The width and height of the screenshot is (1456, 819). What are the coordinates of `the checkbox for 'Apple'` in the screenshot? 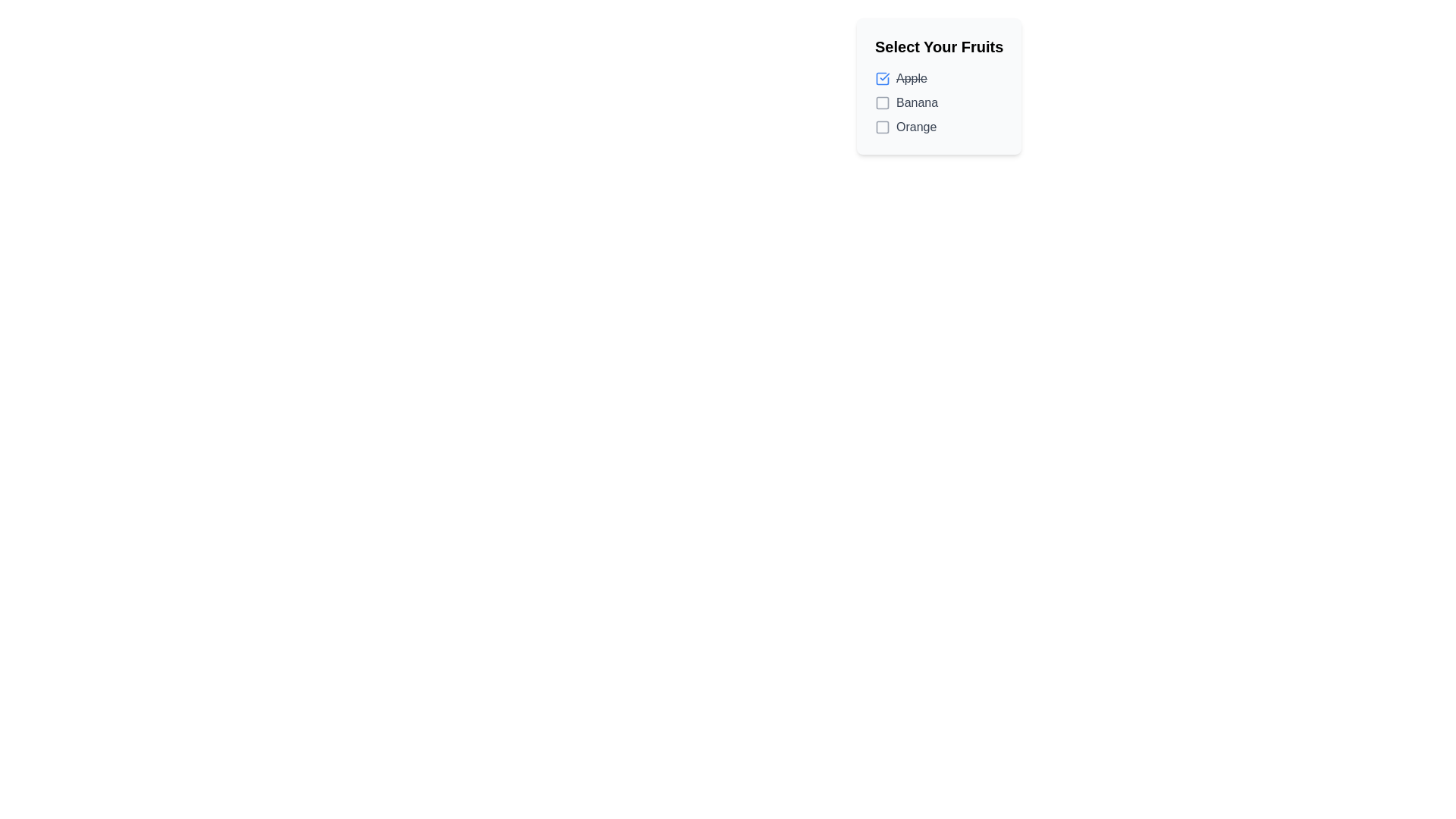 It's located at (938, 79).